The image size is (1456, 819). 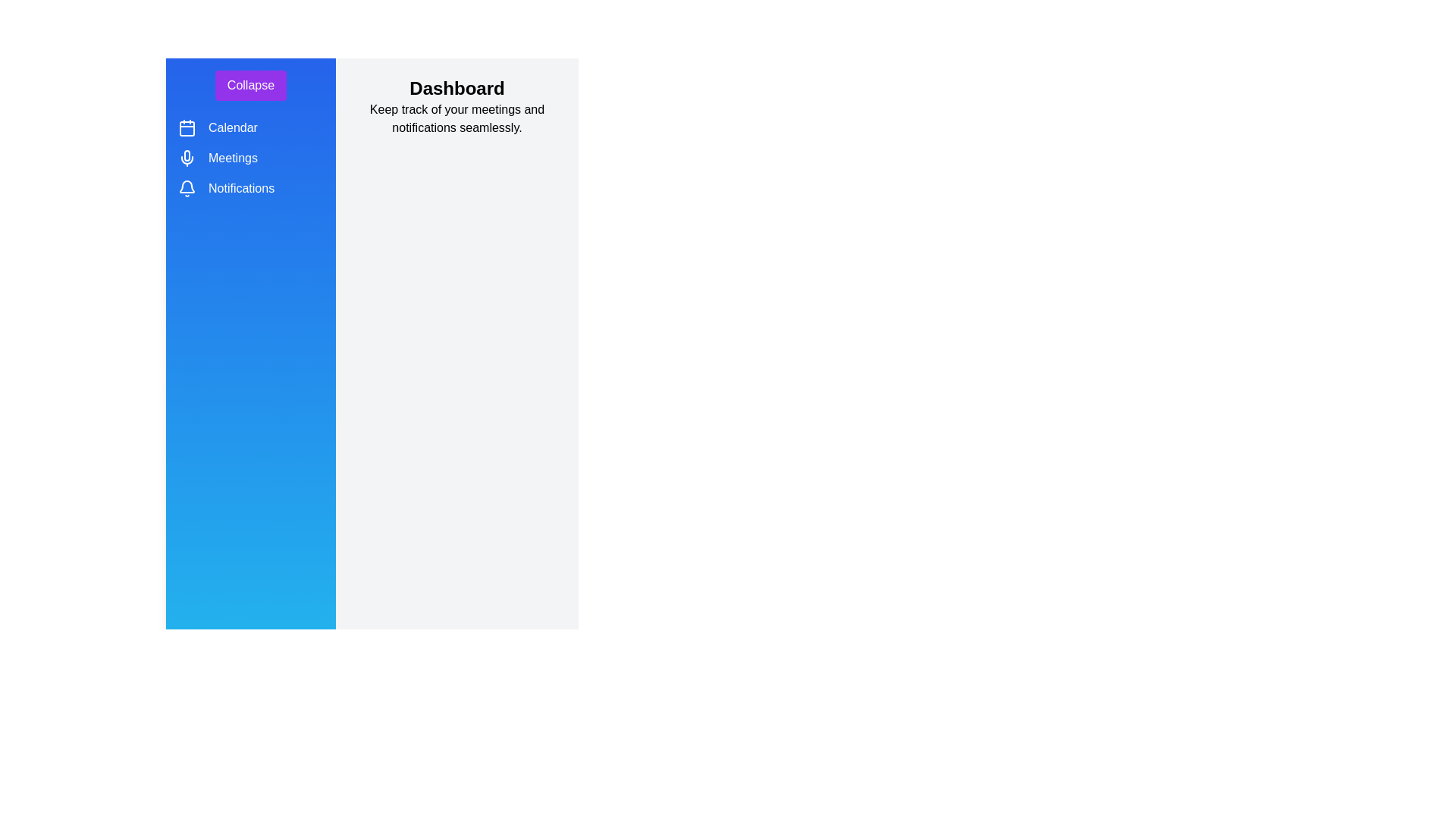 I want to click on the navigation item Calendar, so click(x=186, y=127).